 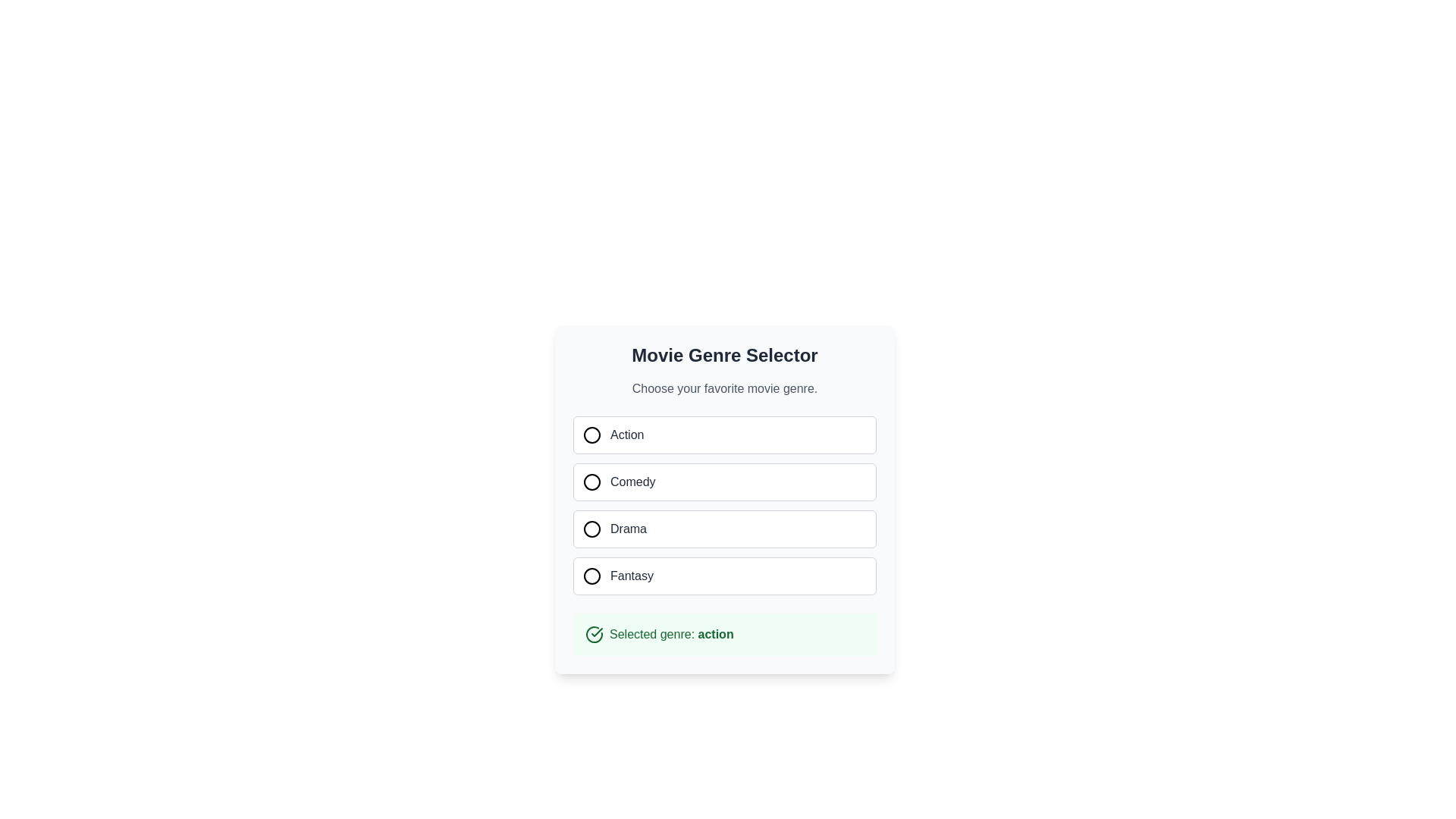 What do you see at coordinates (591, 529) in the screenshot?
I see `the circular graphical representation of the radio button indicating the selected option 'Drama' in the 'Movie Genre Selector' list` at bounding box center [591, 529].